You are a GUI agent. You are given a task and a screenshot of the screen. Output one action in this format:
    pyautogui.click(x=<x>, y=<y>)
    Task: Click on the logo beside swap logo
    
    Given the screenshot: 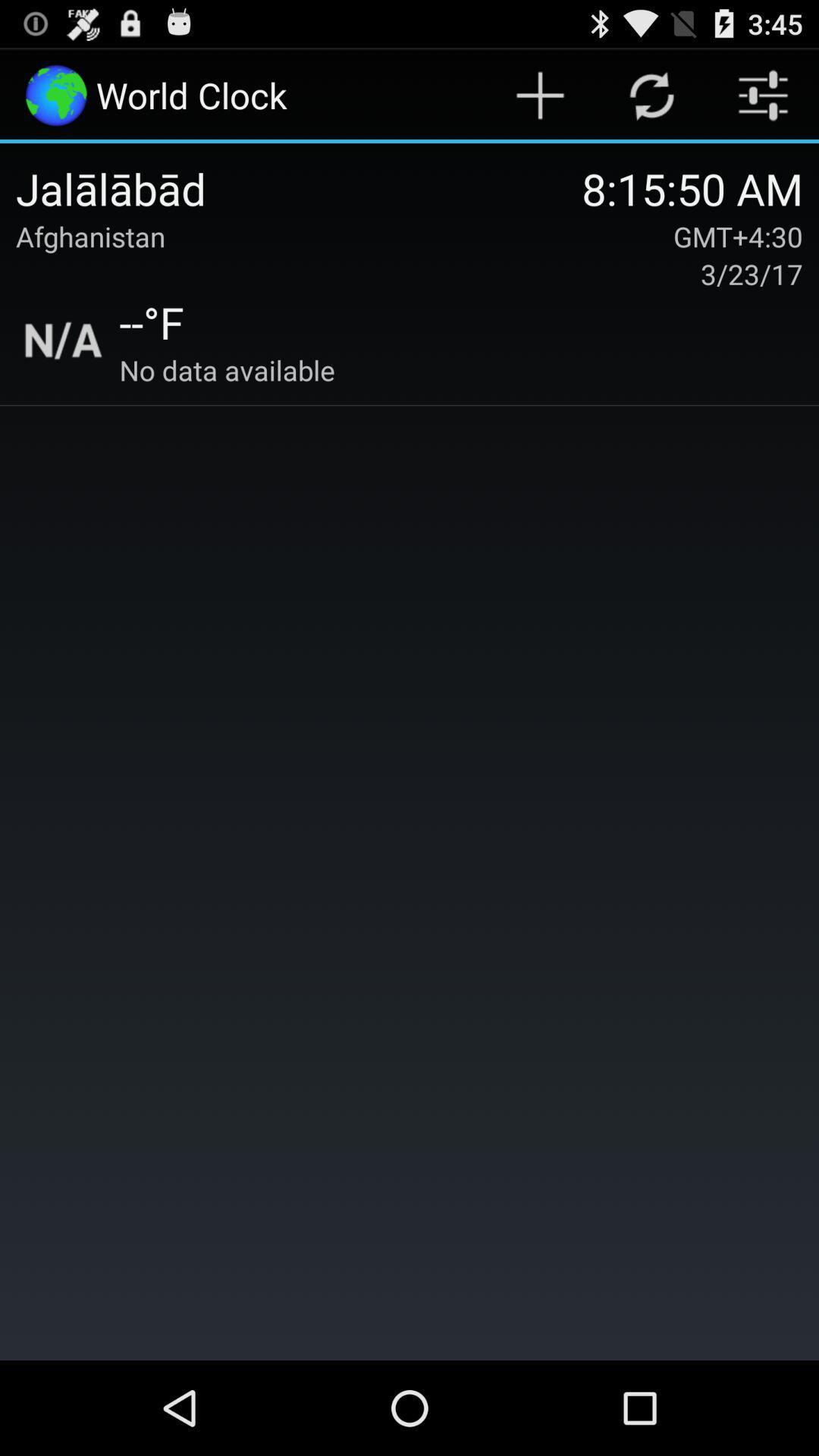 What is the action you would take?
    pyautogui.click(x=539, y=94)
    